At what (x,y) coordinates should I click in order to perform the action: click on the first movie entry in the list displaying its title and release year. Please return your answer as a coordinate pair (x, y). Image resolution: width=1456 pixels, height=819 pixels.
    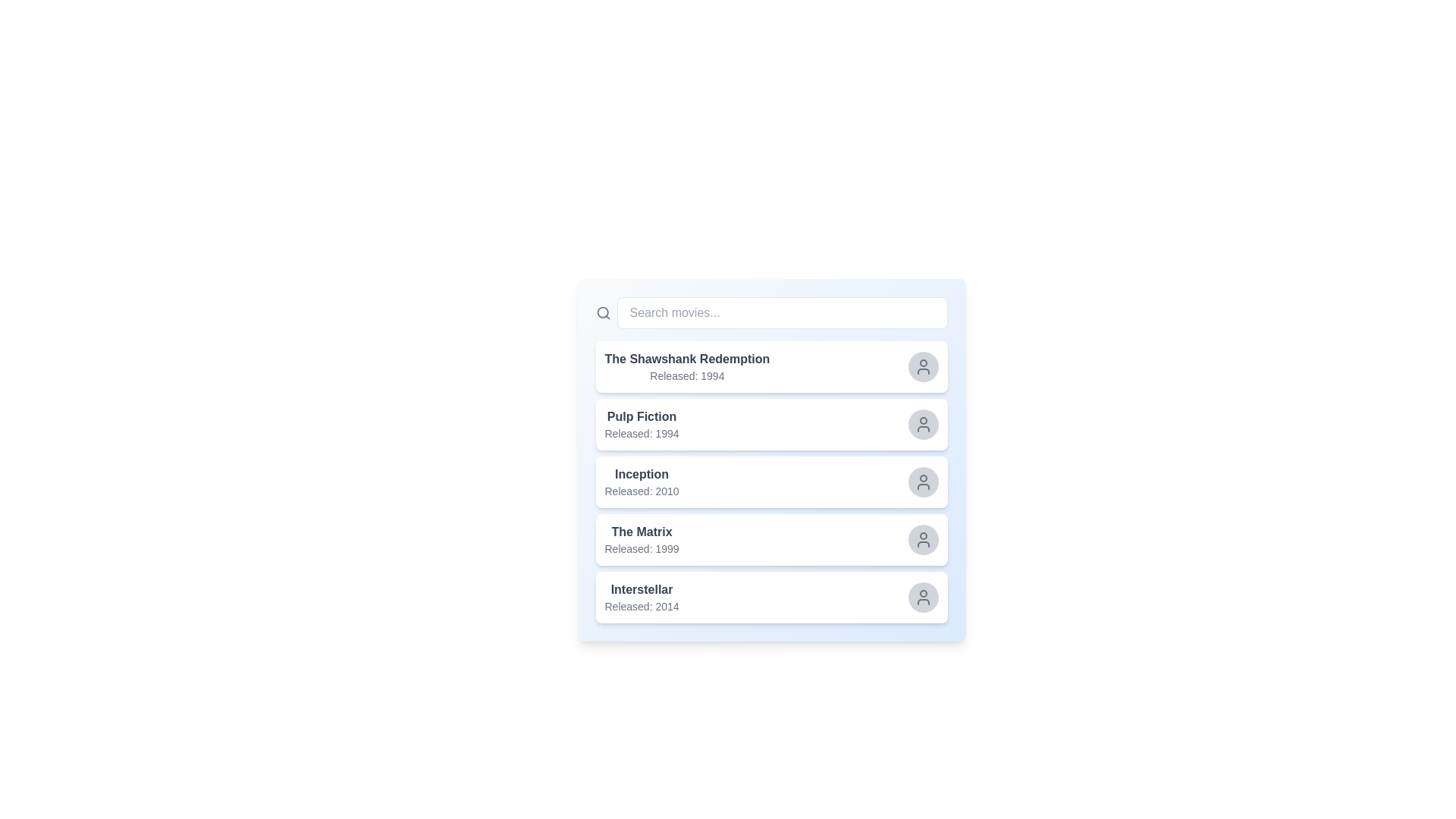
    Looking at the image, I should click on (771, 366).